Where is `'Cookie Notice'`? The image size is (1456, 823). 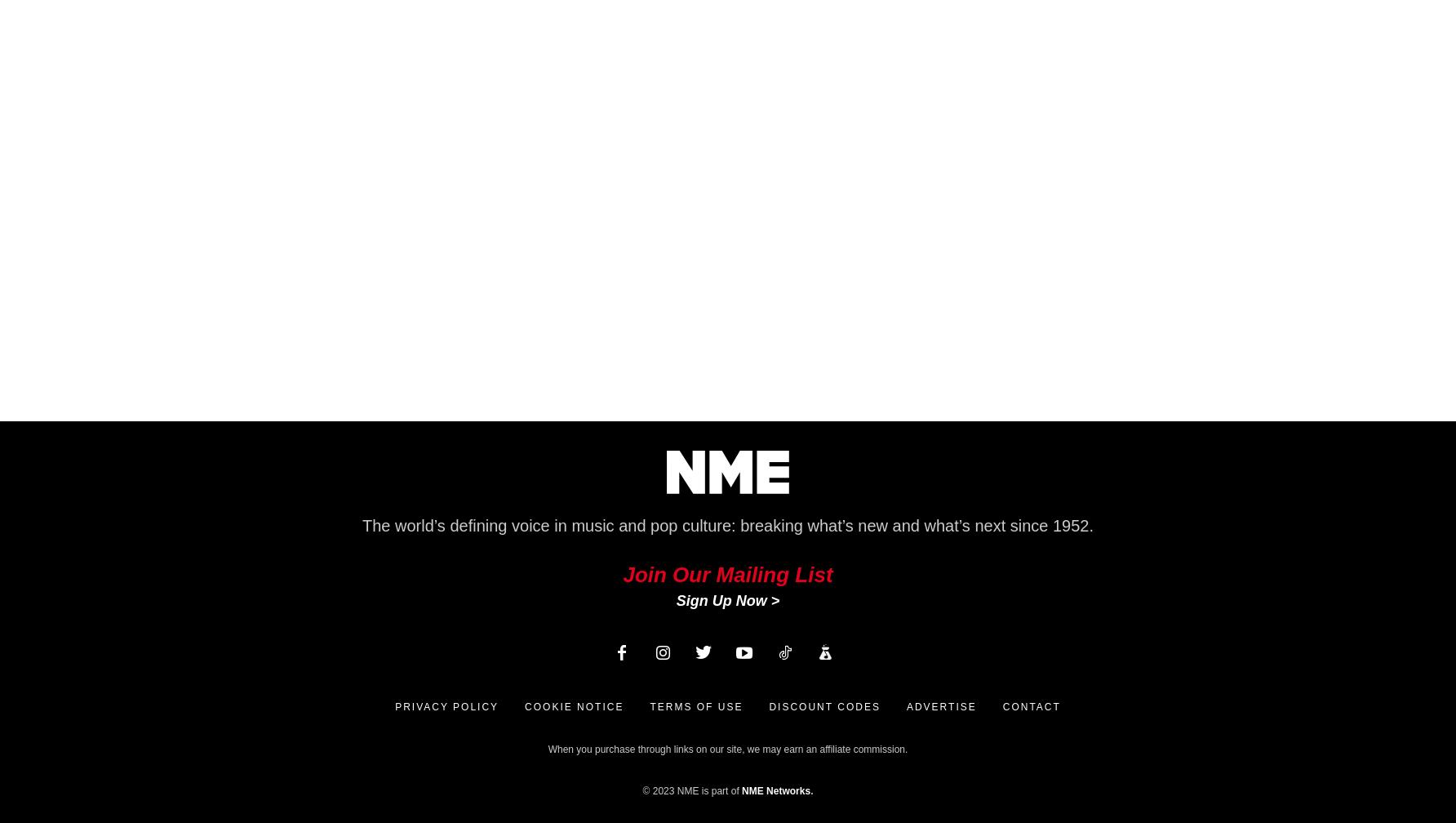 'Cookie Notice' is located at coordinates (574, 706).